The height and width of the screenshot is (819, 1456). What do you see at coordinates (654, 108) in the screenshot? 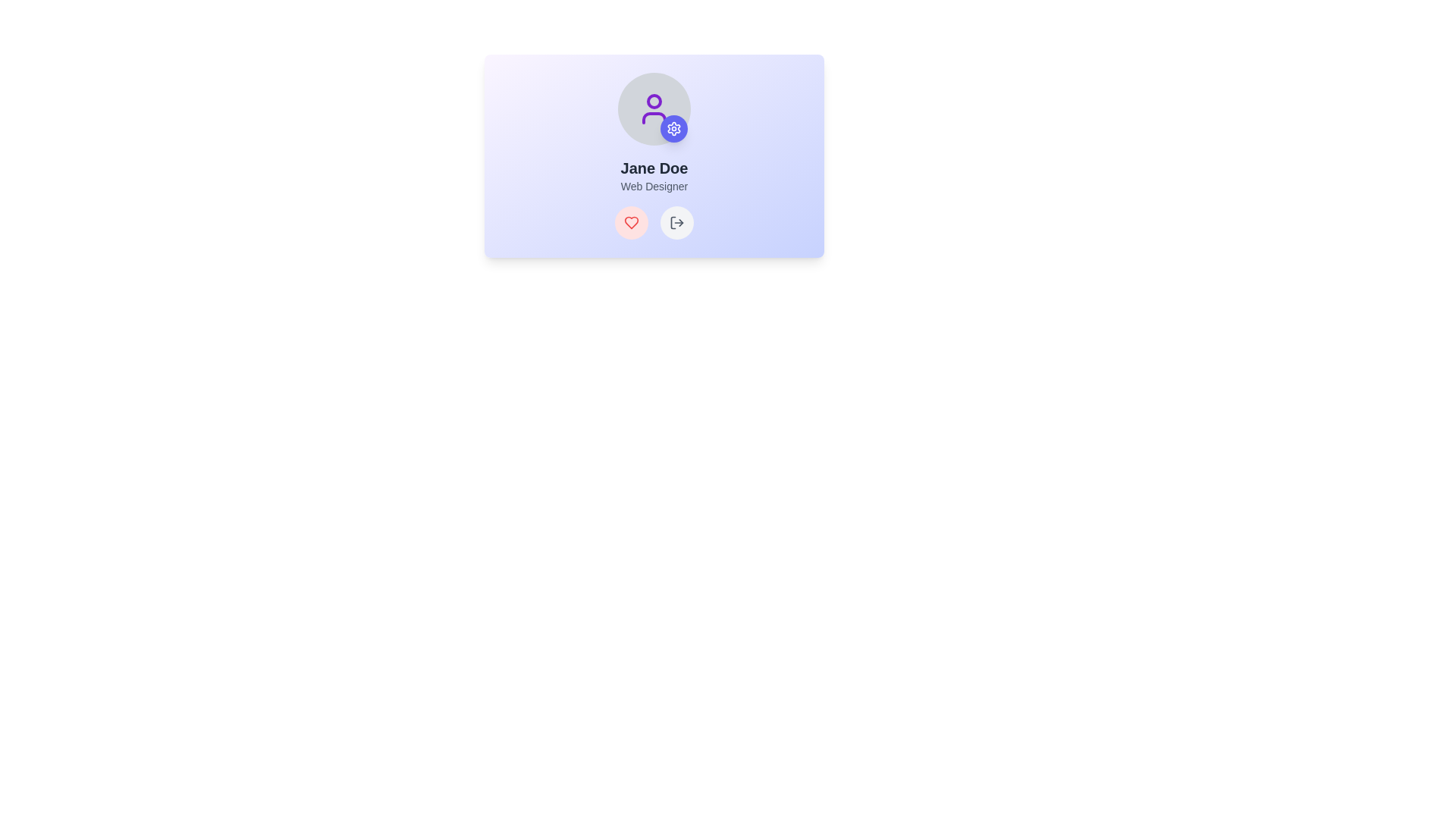
I see `the user profile icon for 'Jane Doe', which is located at the top-center of the card layout, above the name and title` at bounding box center [654, 108].